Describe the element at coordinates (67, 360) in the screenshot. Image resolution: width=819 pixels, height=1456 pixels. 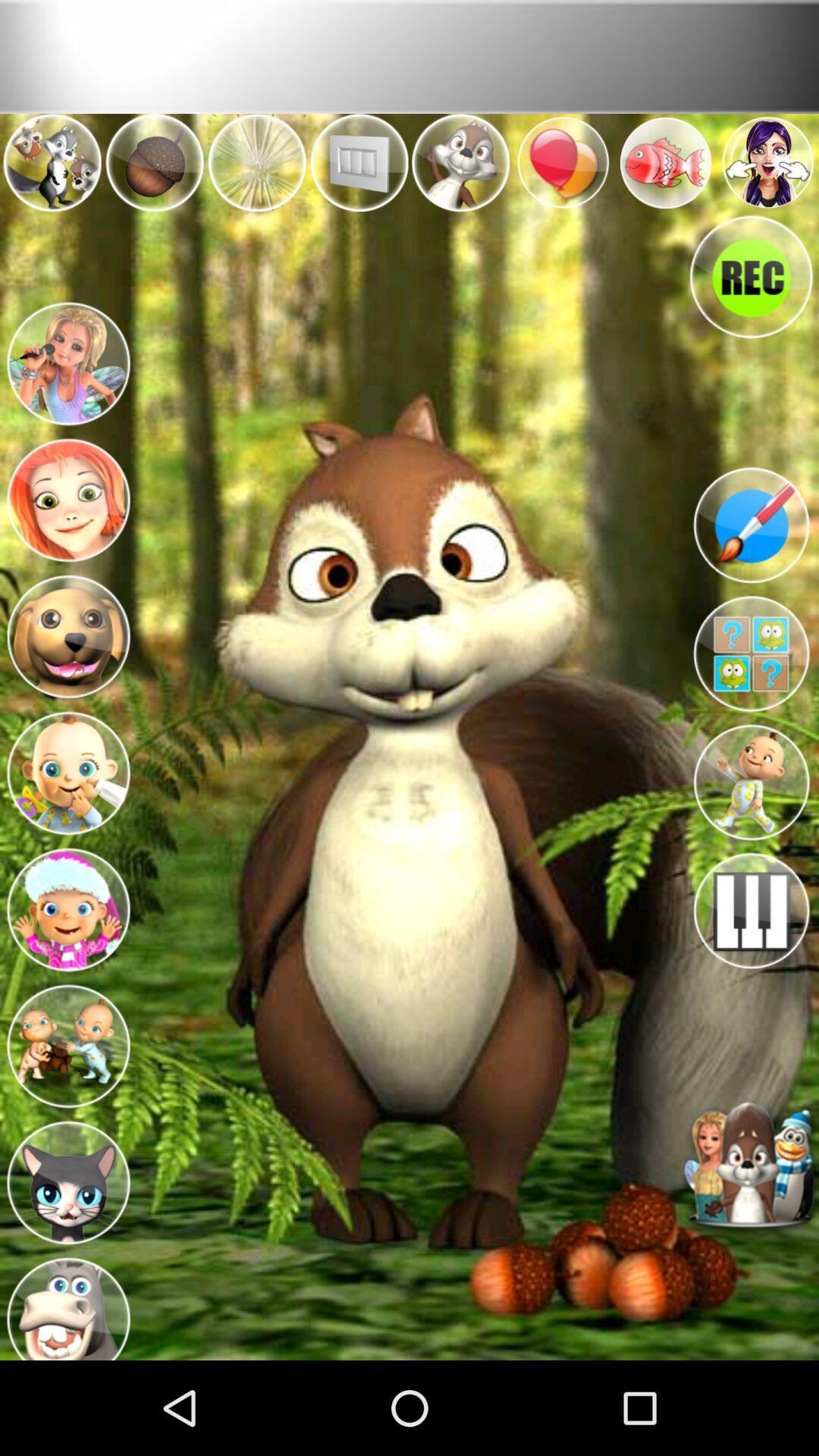
I see `switch charachters` at that location.